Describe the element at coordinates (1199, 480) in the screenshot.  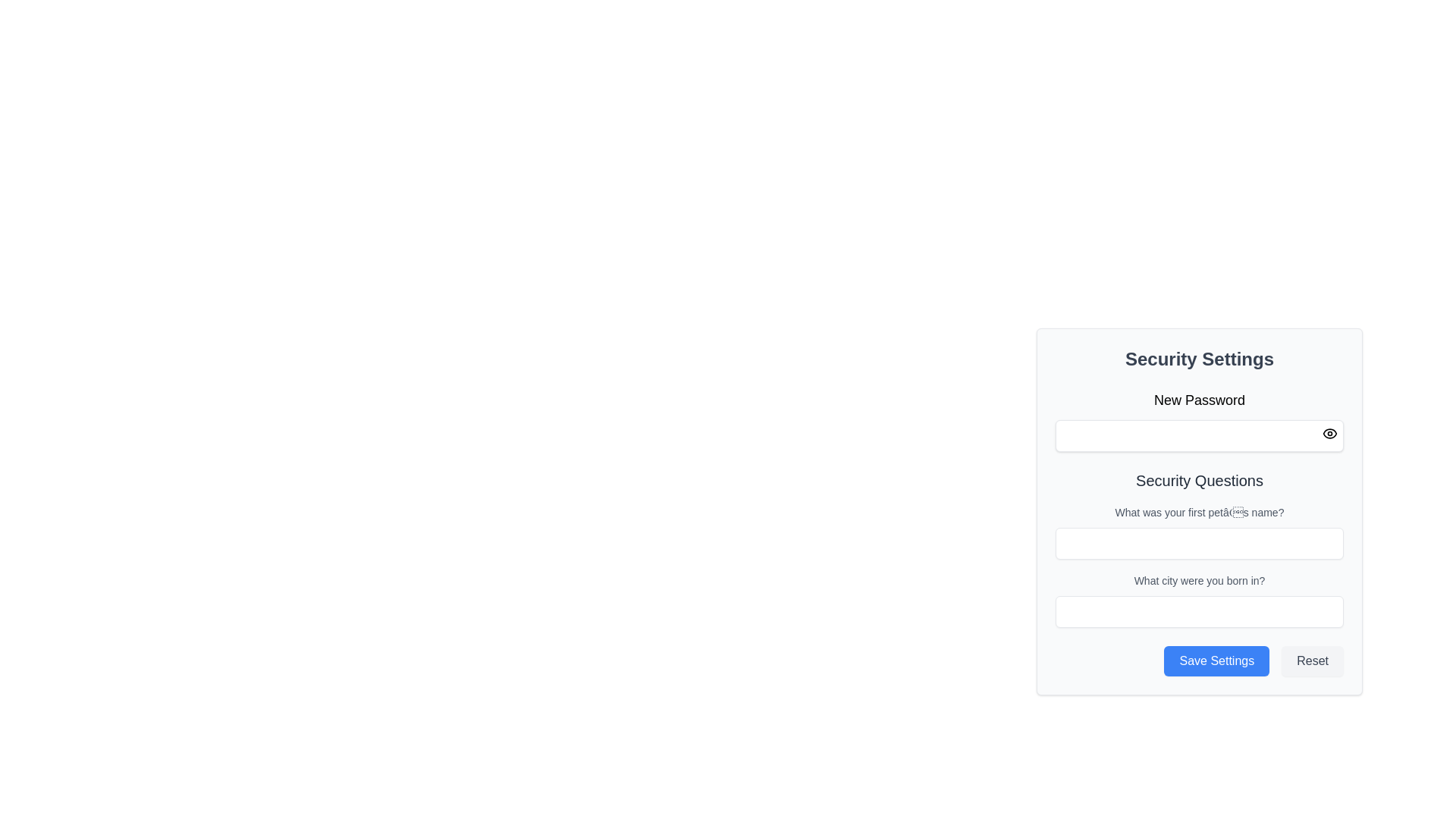
I see `the Text label that serves as a heading for the security questions section, positioned between the 'New Password' input field and the question 'What was your first pet's name?'` at that location.